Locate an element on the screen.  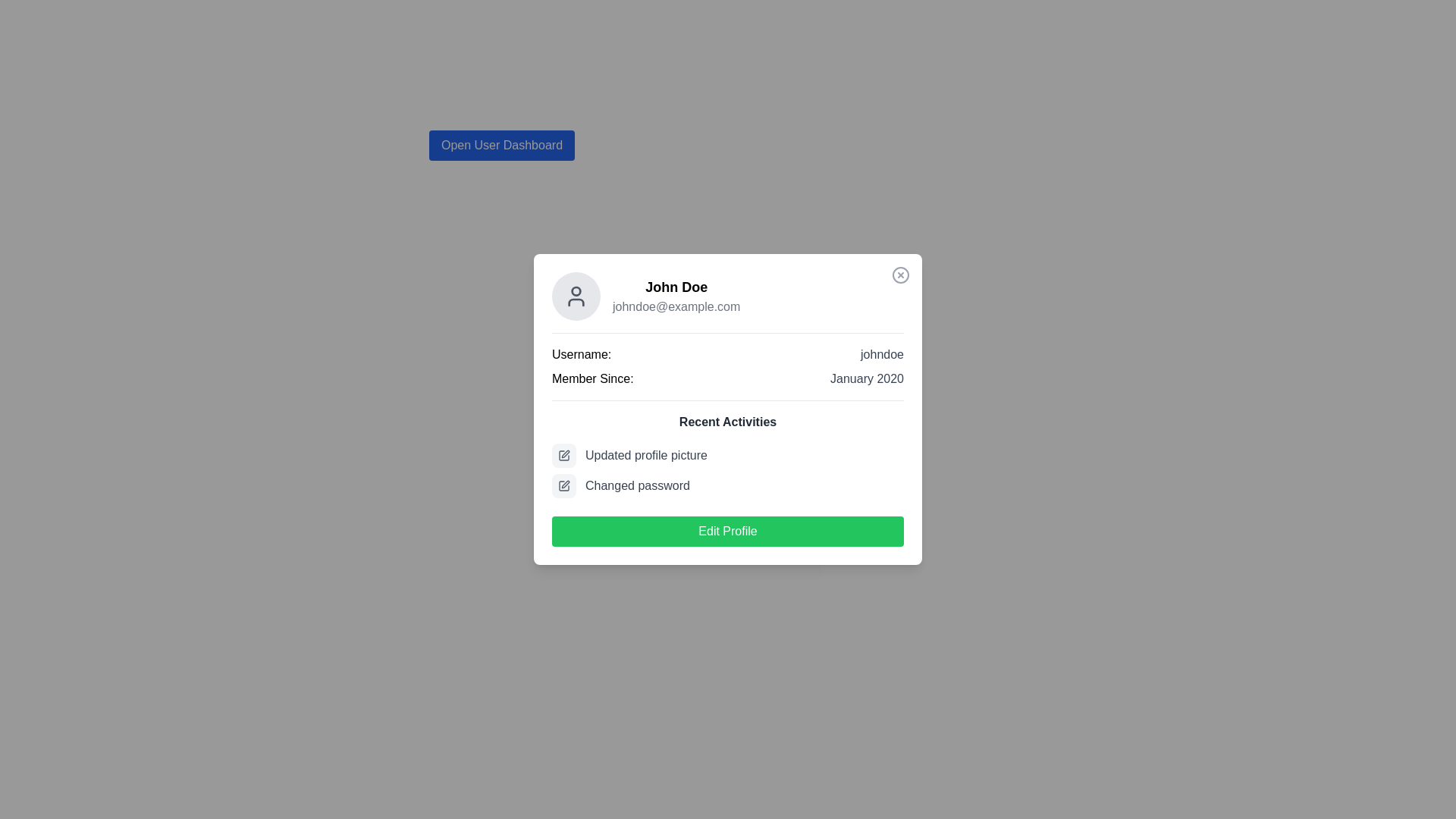
the 'Username:' text label, which provides context for the adjacent username 'johndoe' in the profile card display is located at coordinates (581, 354).